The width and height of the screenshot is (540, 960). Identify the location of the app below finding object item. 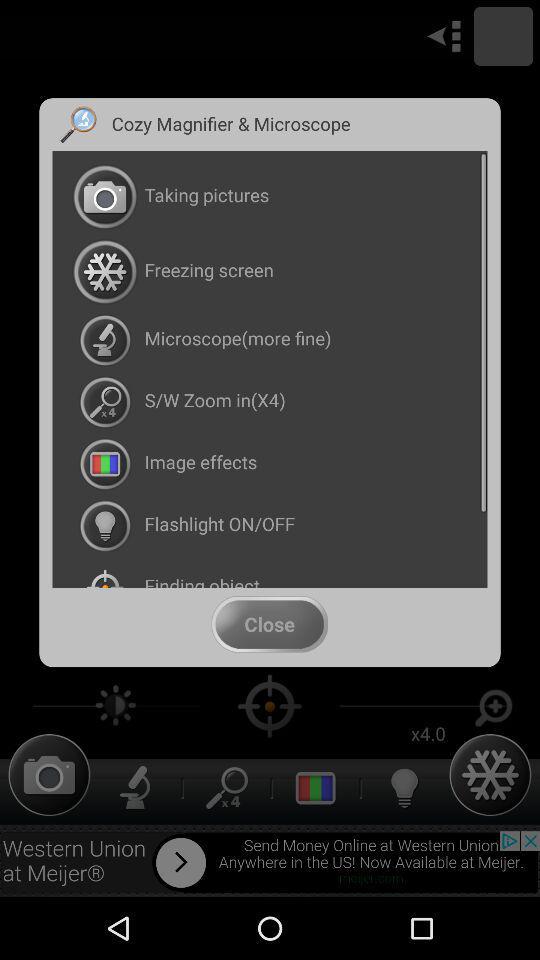
(269, 623).